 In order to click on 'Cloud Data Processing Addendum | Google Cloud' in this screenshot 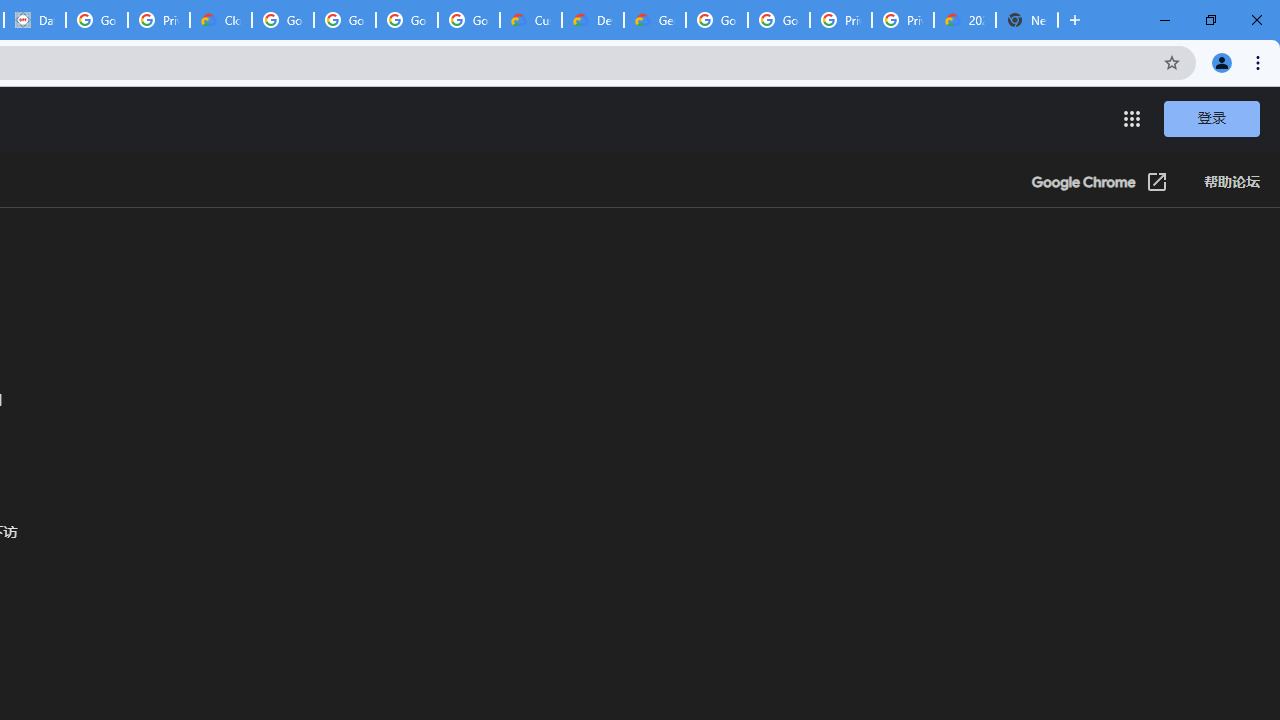, I will do `click(220, 20)`.